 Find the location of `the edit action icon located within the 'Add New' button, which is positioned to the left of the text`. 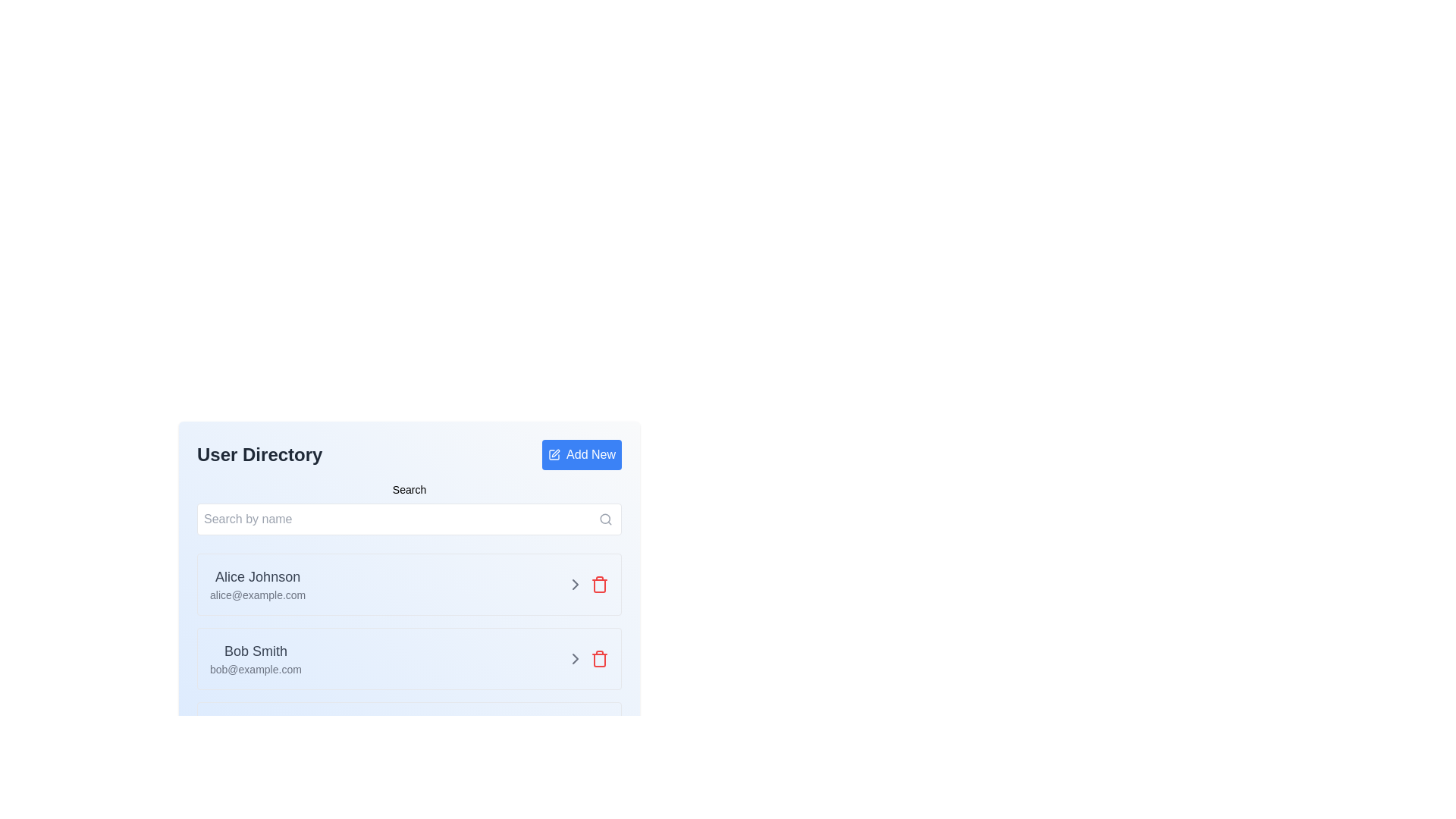

the edit action icon located within the 'Add New' button, which is positioned to the left of the text is located at coordinates (554, 454).